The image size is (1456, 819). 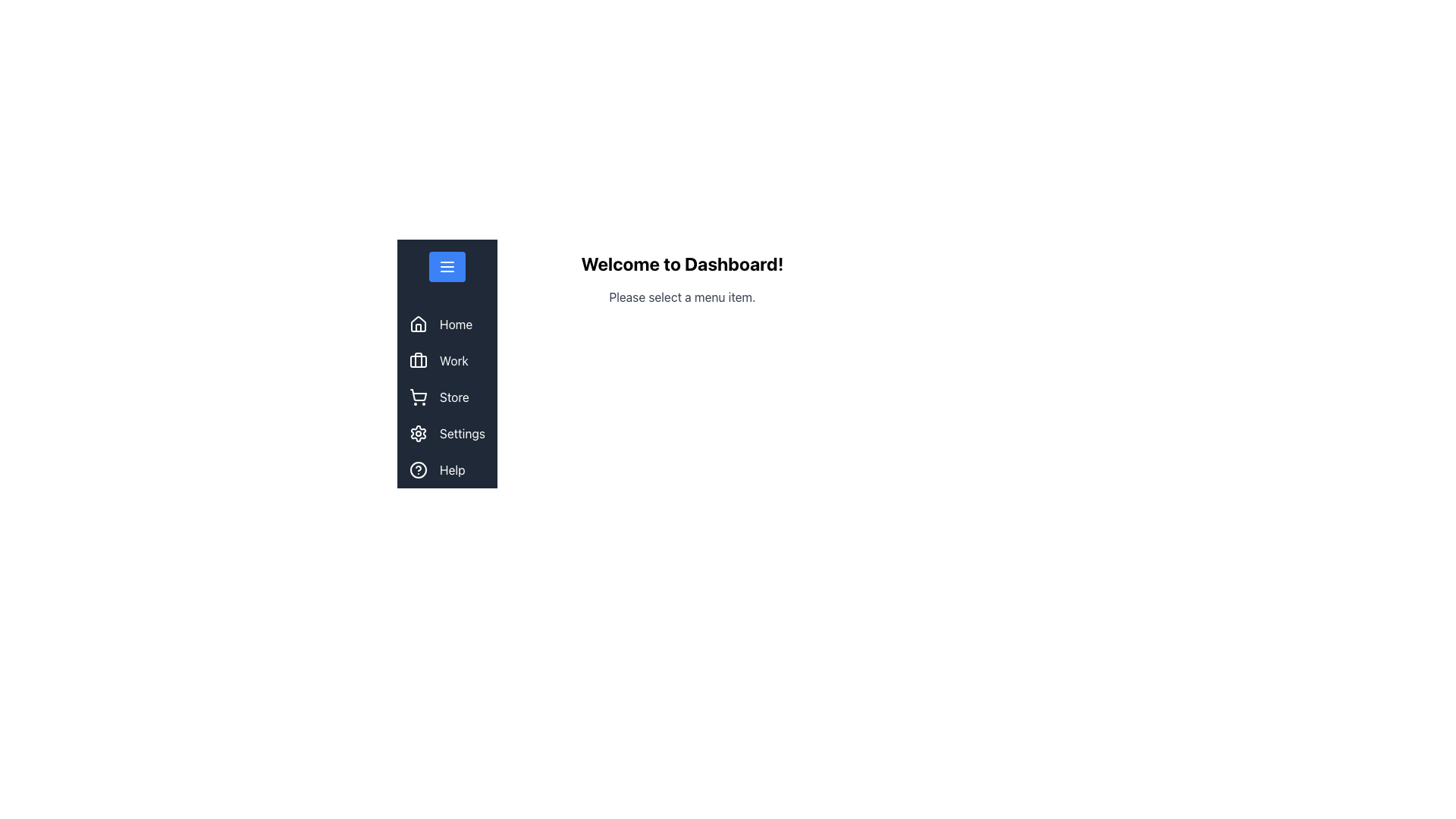 I want to click on the 'Settings' button located in the sidebar menu, which features a settings icon and white text on a dark background, so click(x=447, y=433).